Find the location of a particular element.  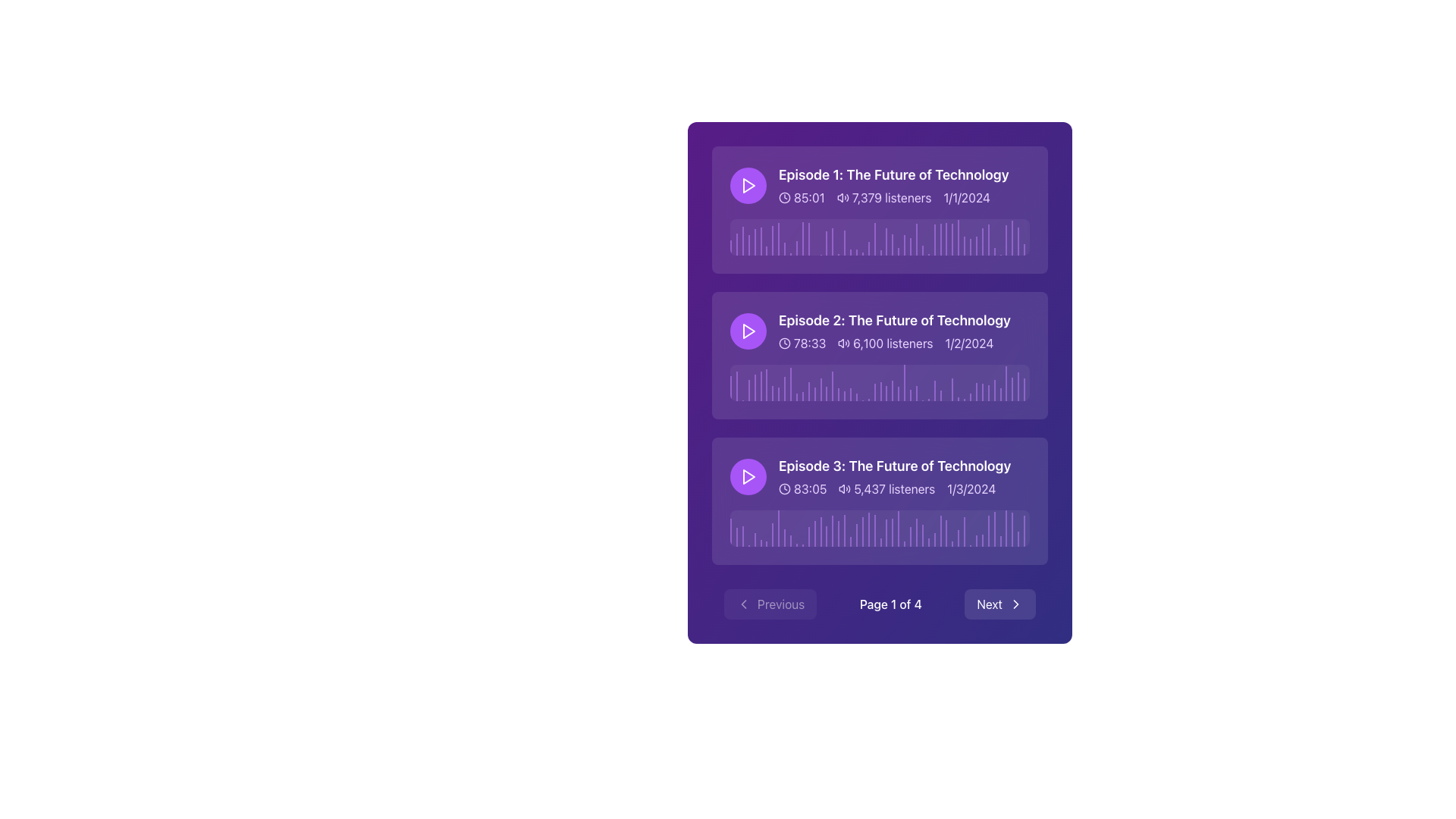

the purple vertical Progress Indicator Line on the leftmost side of the waveform graph is located at coordinates (731, 247).